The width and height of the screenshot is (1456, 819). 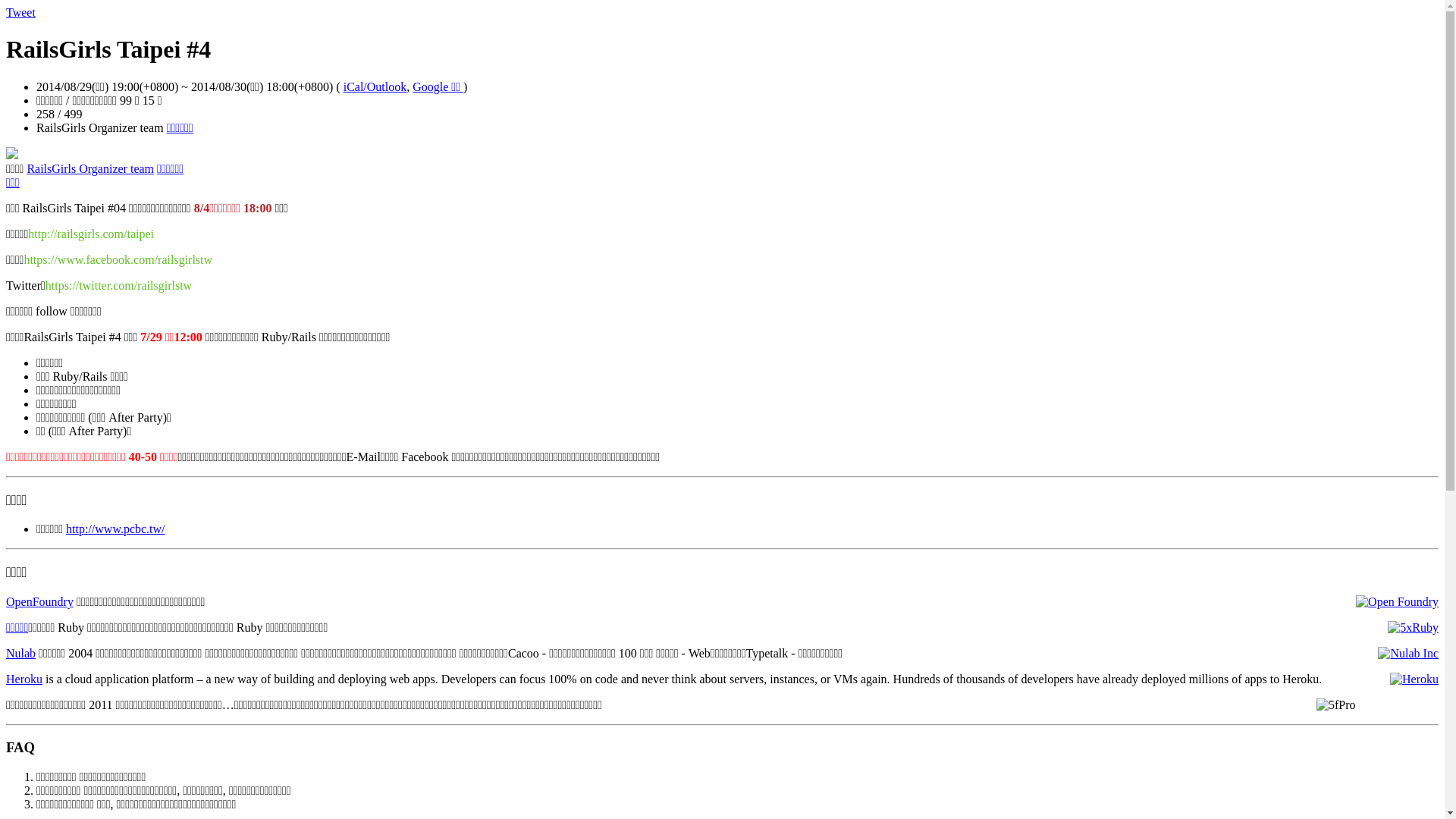 What do you see at coordinates (20, 652) in the screenshot?
I see `'Nulab'` at bounding box center [20, 652].